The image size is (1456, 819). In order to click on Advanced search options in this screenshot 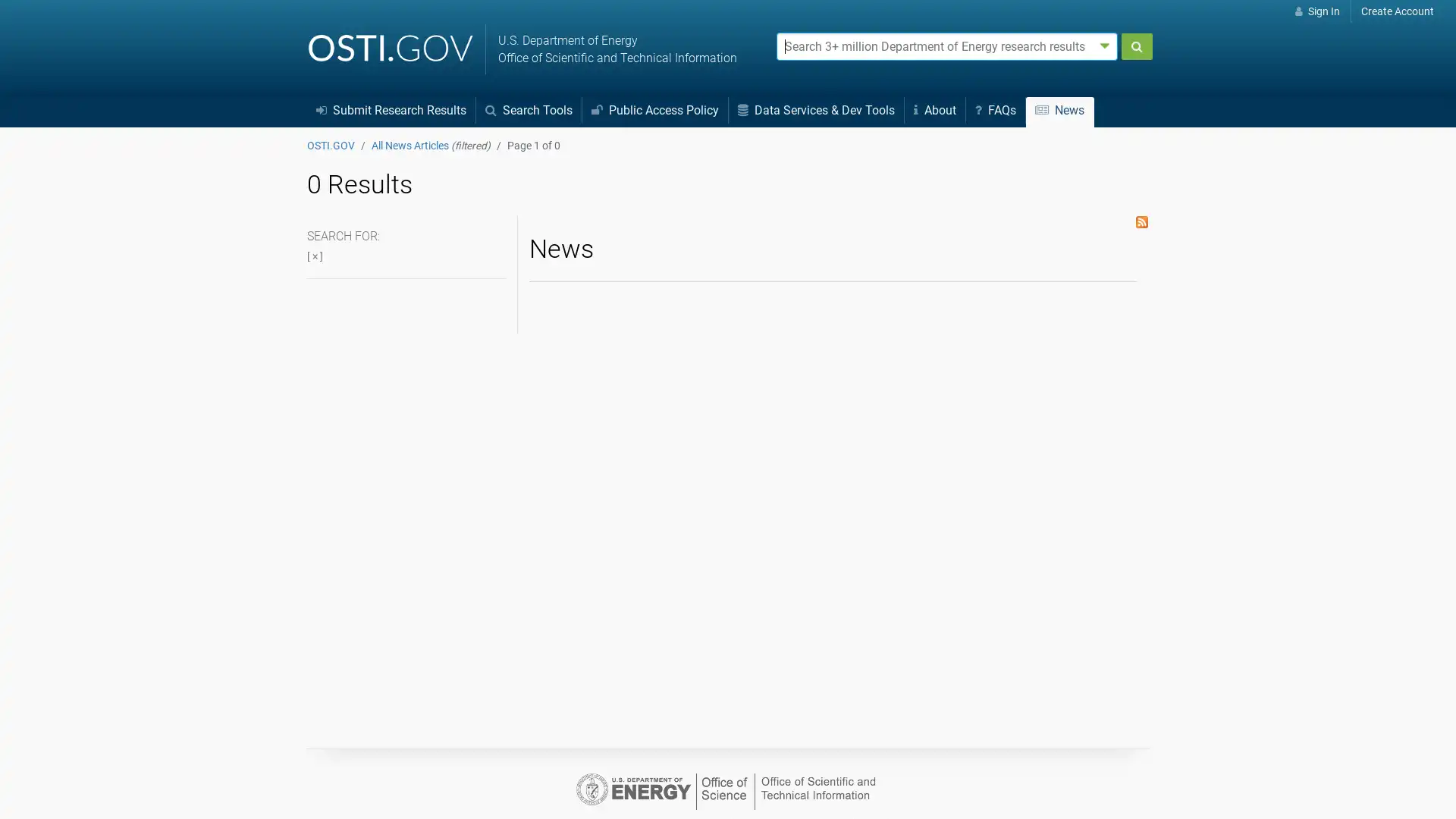, I will do `click(1105, 45)`.